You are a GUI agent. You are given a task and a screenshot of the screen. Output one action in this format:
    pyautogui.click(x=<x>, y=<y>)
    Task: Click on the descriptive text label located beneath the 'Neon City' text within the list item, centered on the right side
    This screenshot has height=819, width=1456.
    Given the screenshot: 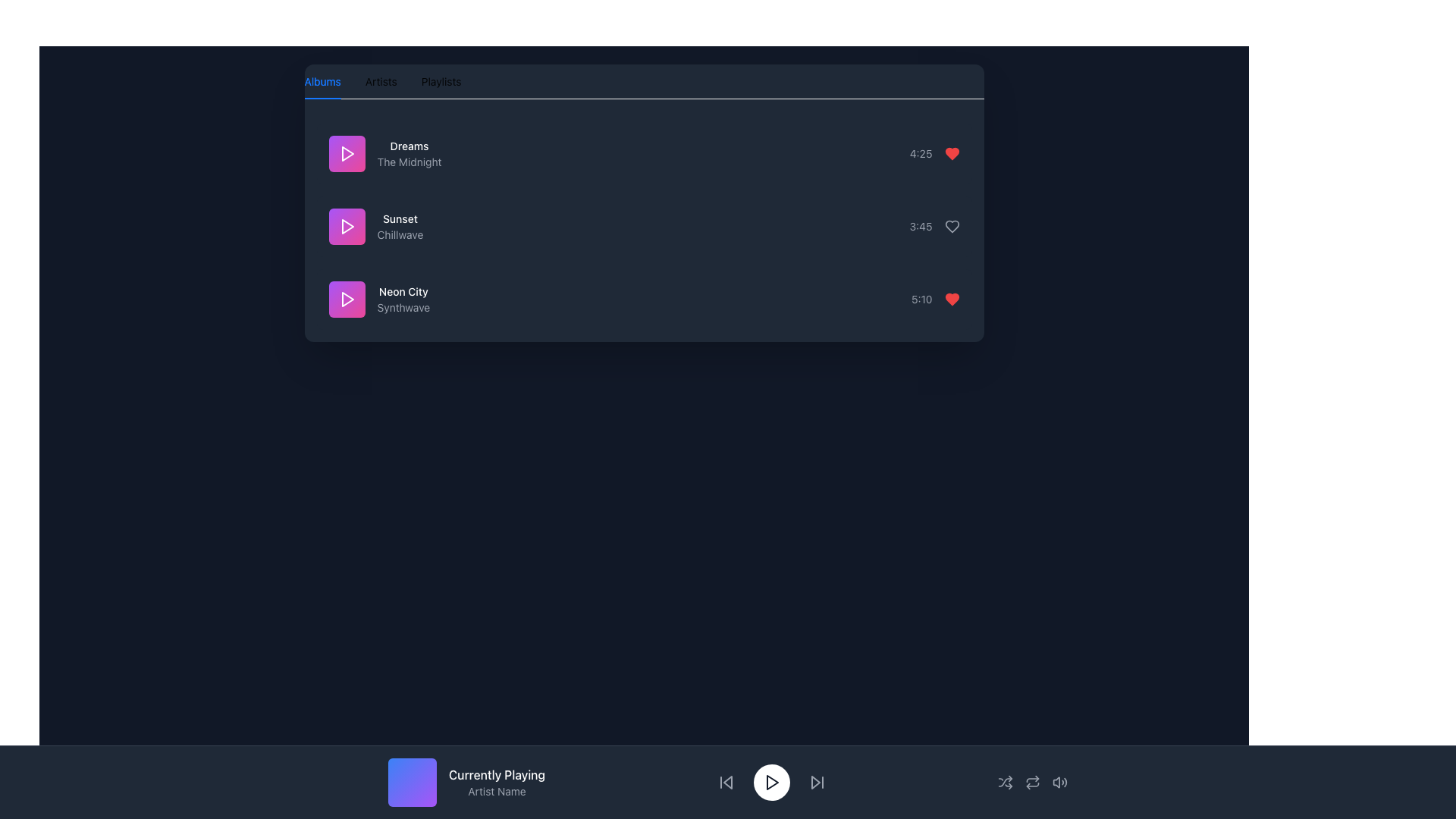 What is the action you would take?
    pyautogui.click(x=403, y=307)
    